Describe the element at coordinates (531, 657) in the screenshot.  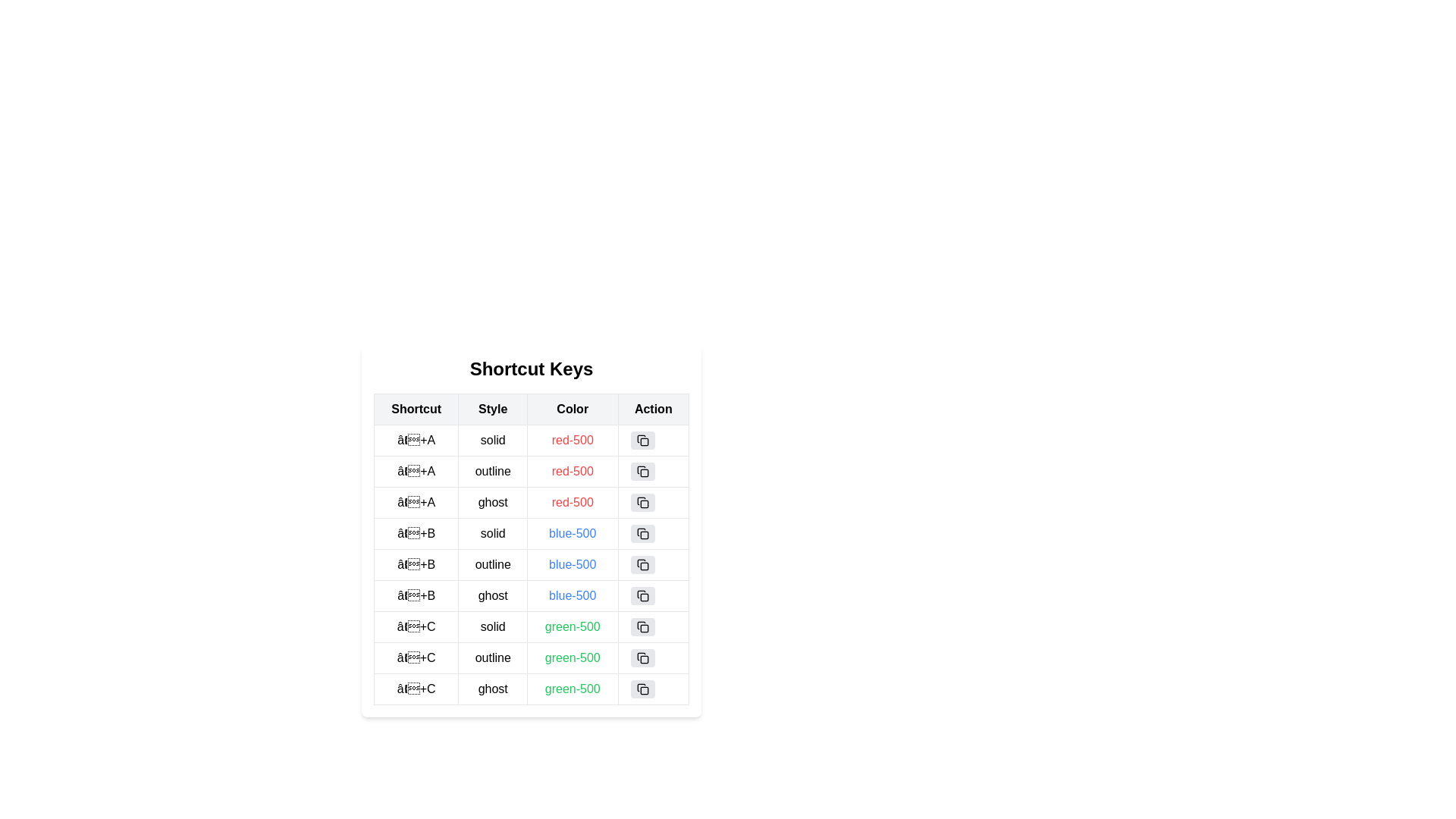
I see `the second-to-last table row in the 'Shortcut Keys' section` at that location.